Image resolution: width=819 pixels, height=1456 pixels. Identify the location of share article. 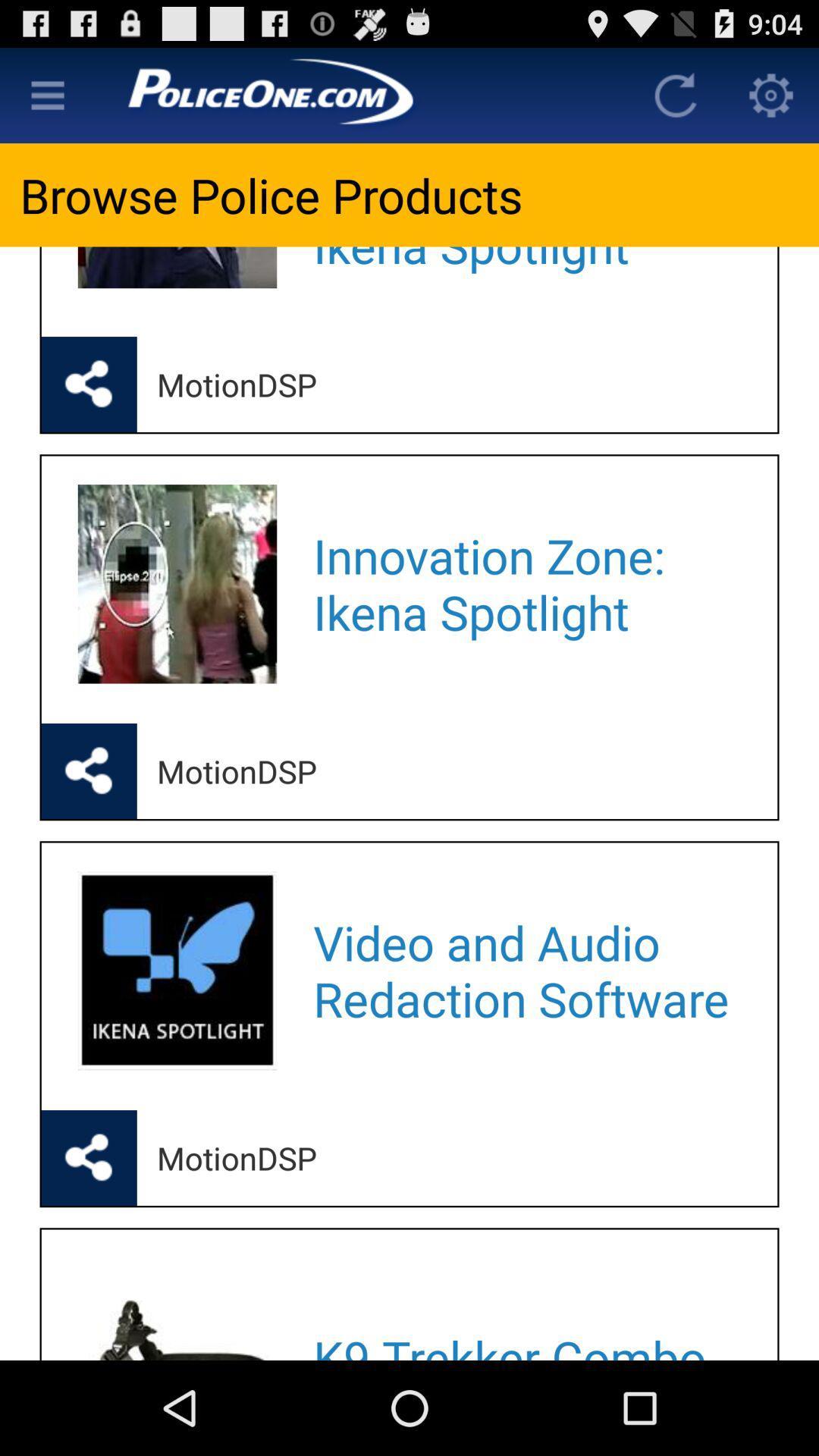
(89, 771).